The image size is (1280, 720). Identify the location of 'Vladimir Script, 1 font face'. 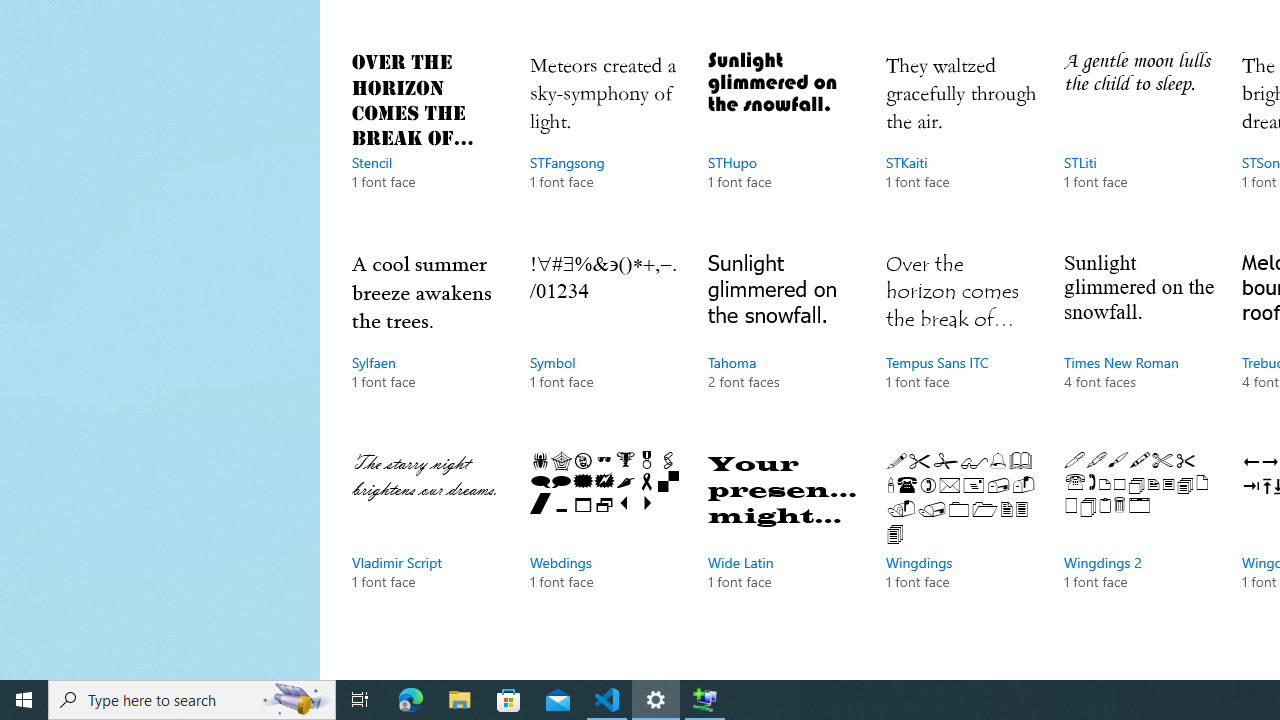
(425, 540).